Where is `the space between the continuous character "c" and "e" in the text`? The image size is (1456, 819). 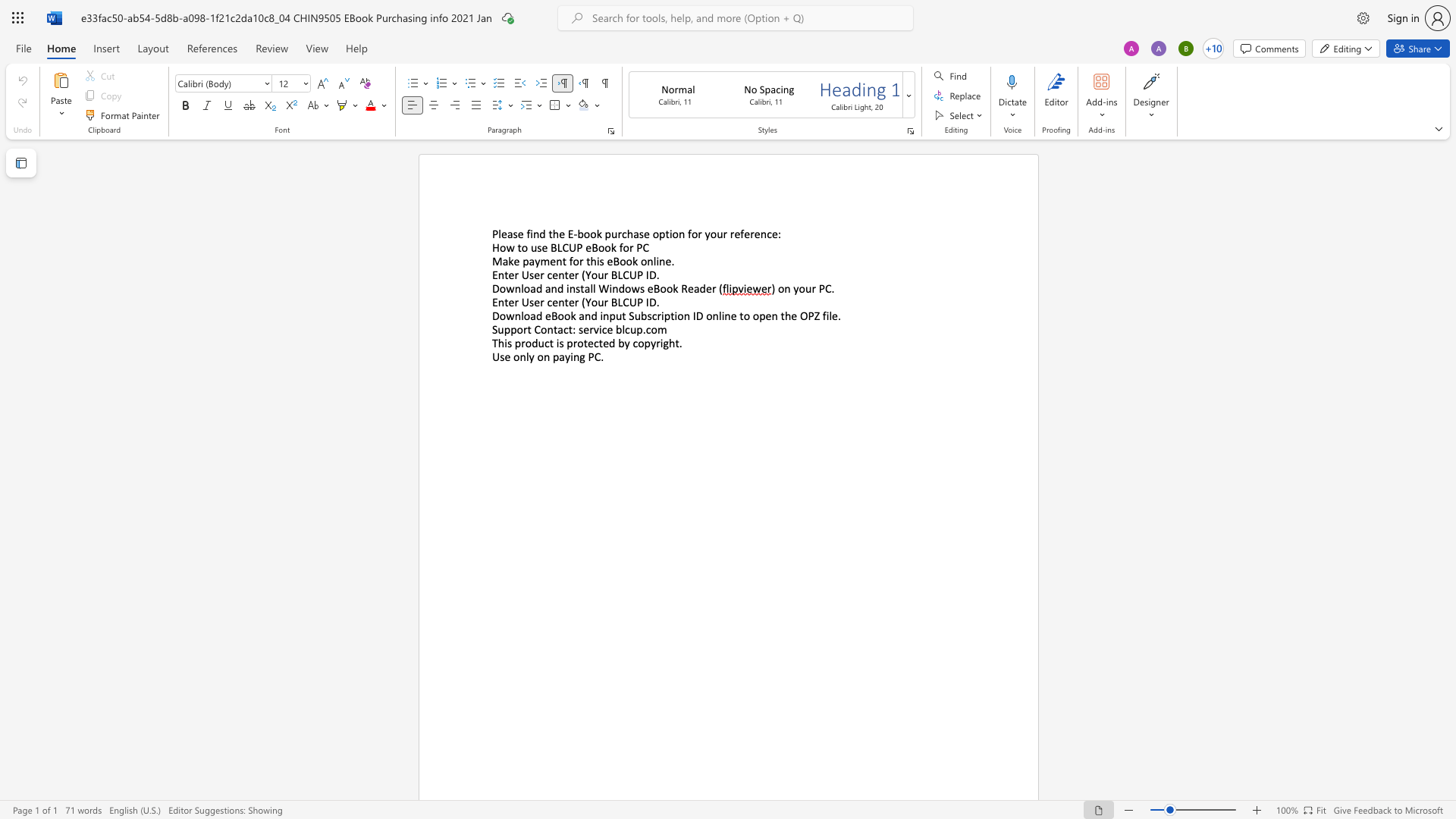
the space between the continuous character "c" and "e" in the text is located at coordinates (551, 302).